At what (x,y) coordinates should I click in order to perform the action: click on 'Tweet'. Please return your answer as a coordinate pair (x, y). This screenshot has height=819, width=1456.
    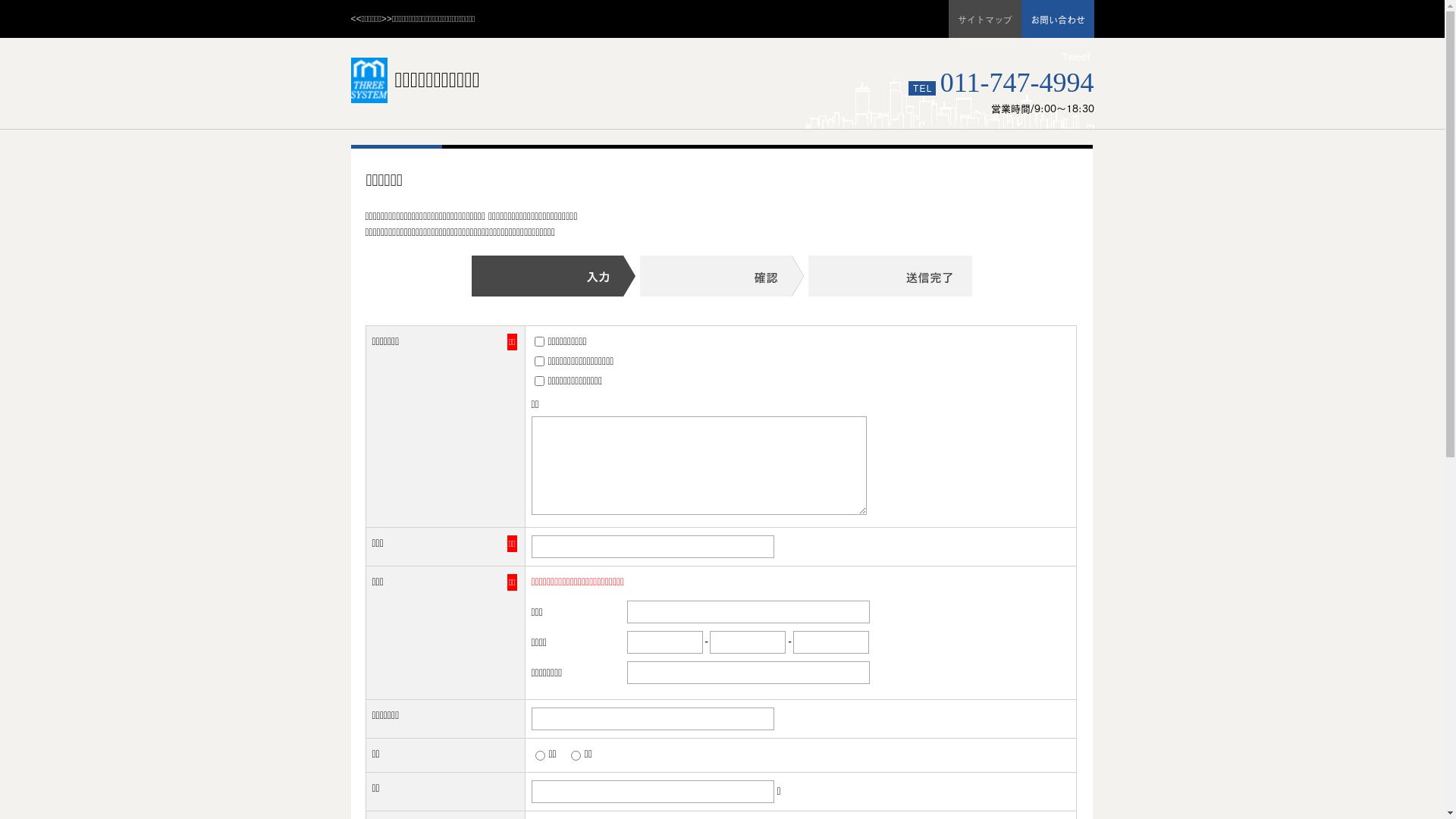
    Looking at the image, I should click on (1061, 55).